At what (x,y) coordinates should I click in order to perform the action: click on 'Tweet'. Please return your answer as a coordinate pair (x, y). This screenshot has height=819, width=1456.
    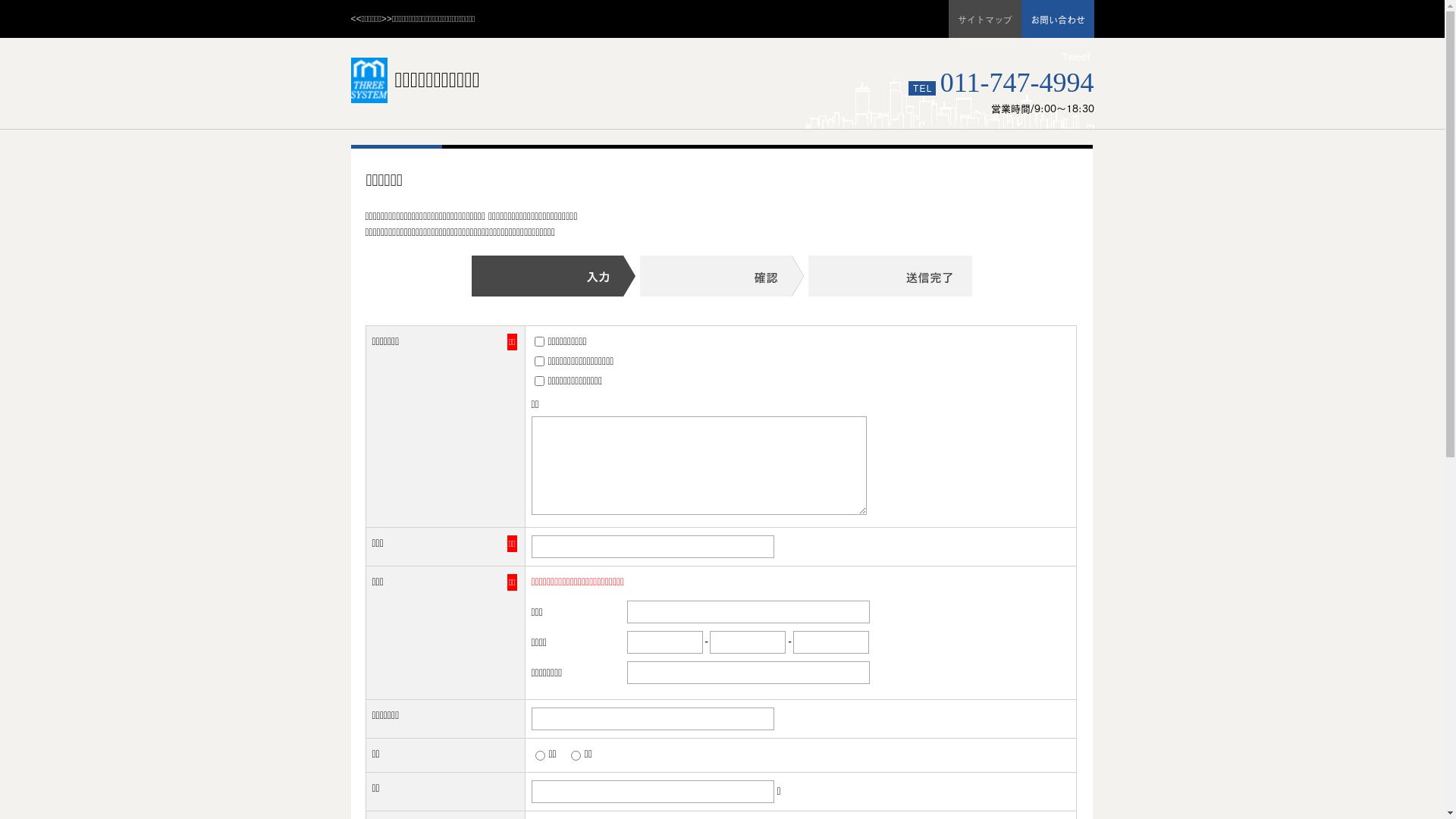
    Looking at the image, I should click on (1061, 55).